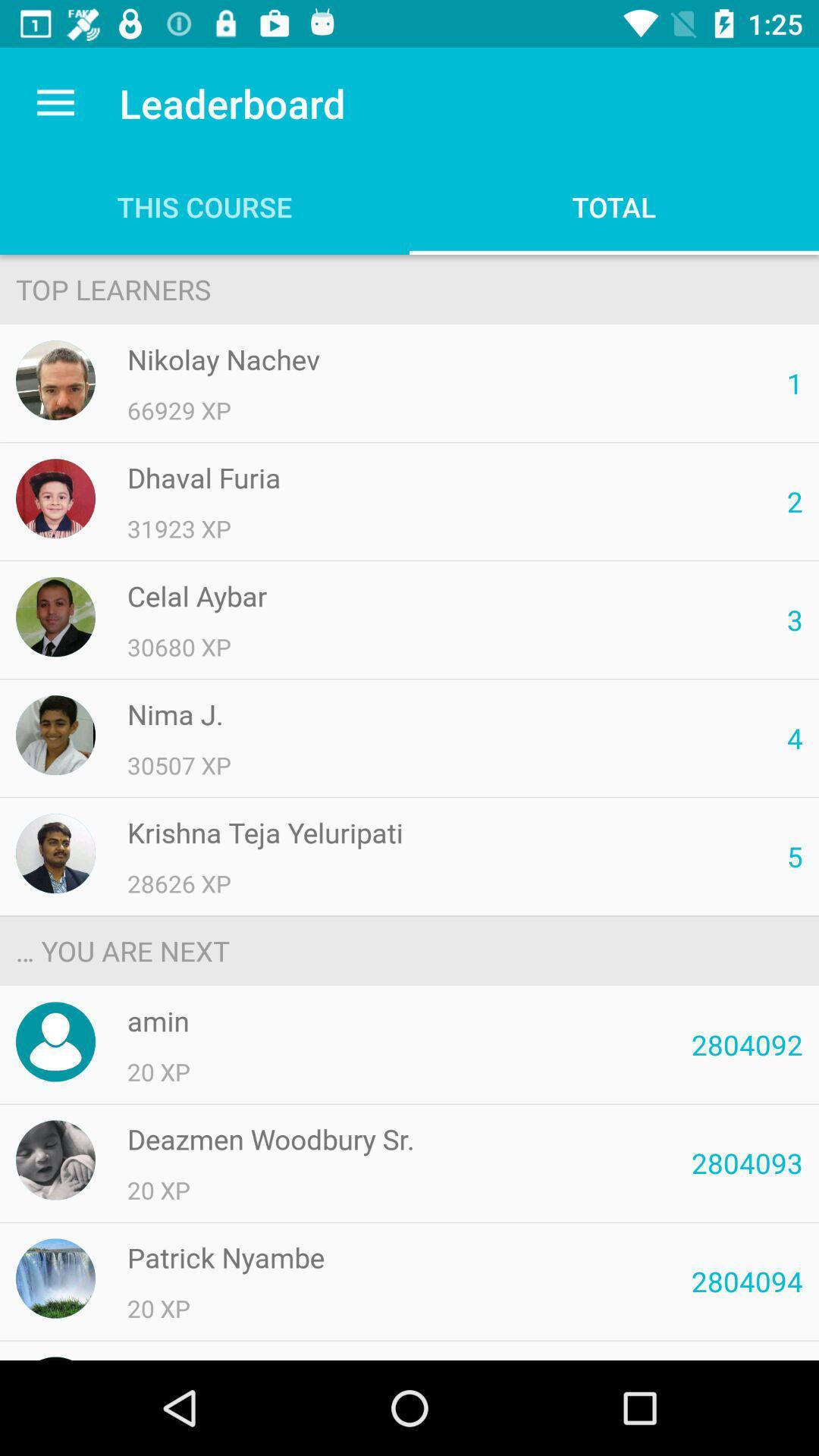 The width and height of the screenshot is (819, 1456). What do you see at coordinates (55, 380) in the screenshot?
I see `nikolay nachev` at bounding box center [55, 380].